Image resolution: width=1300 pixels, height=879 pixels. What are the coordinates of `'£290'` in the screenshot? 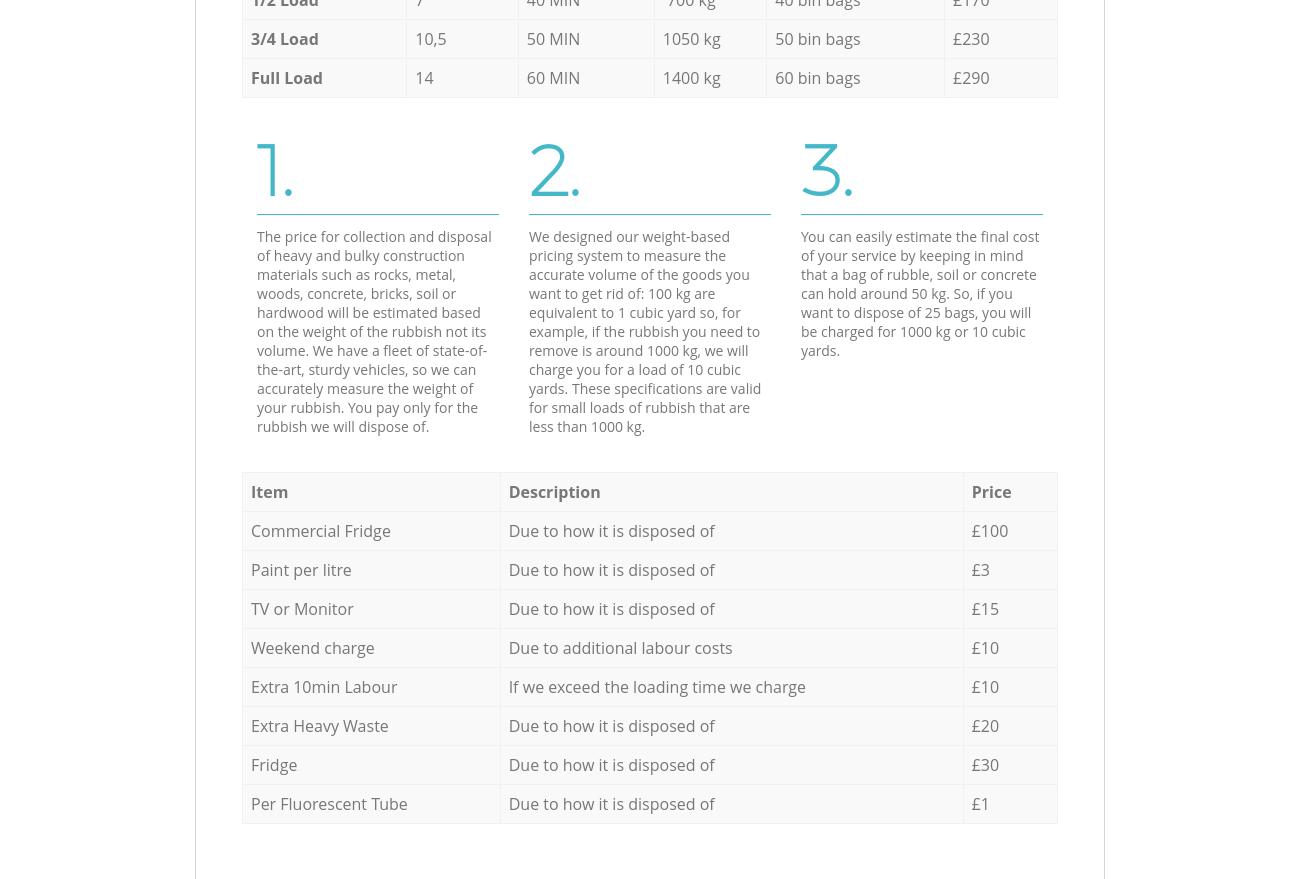 It's located at (970, 77).